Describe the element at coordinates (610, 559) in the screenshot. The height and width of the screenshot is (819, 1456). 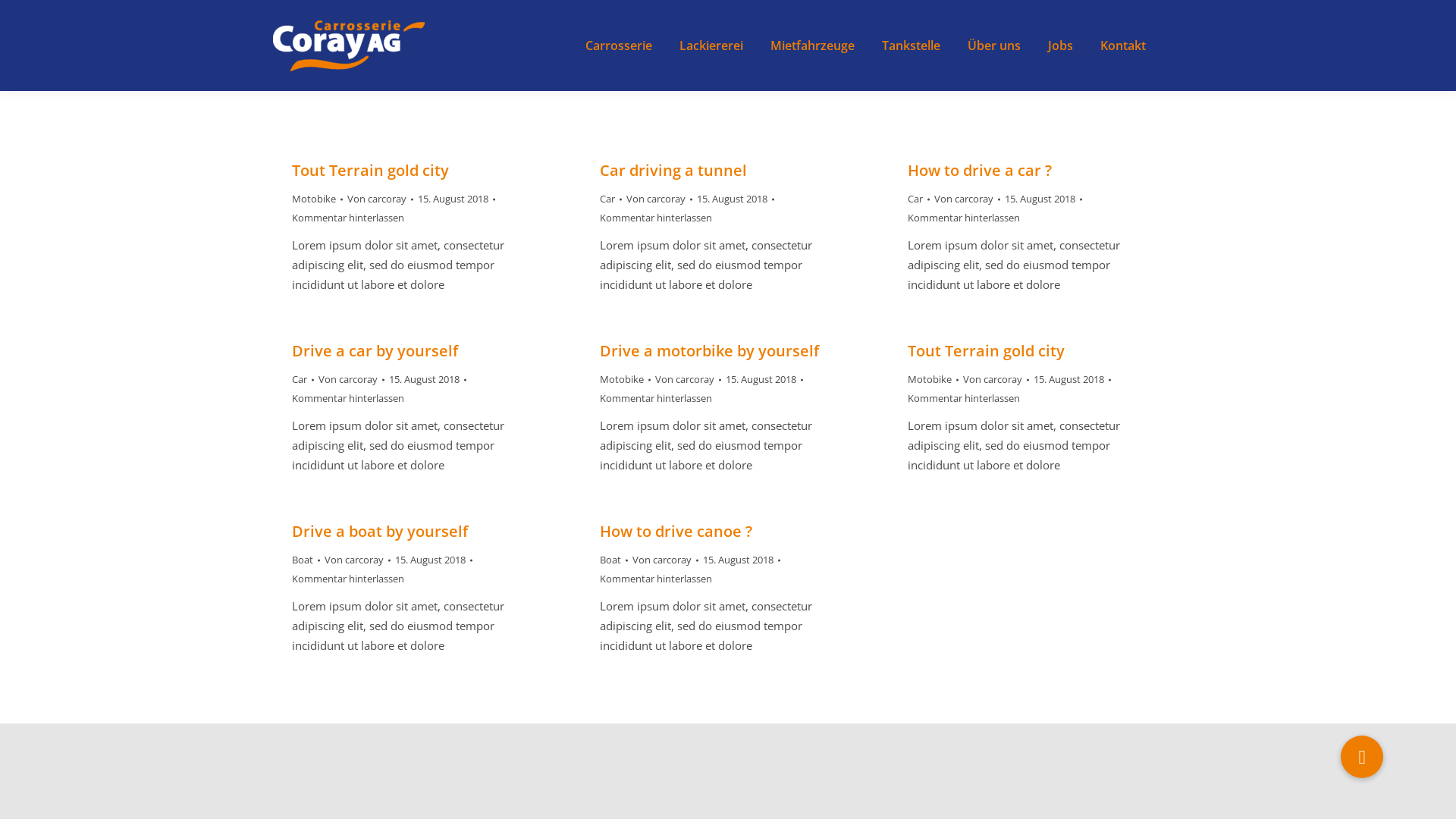
I see `'Boat'` at that location.